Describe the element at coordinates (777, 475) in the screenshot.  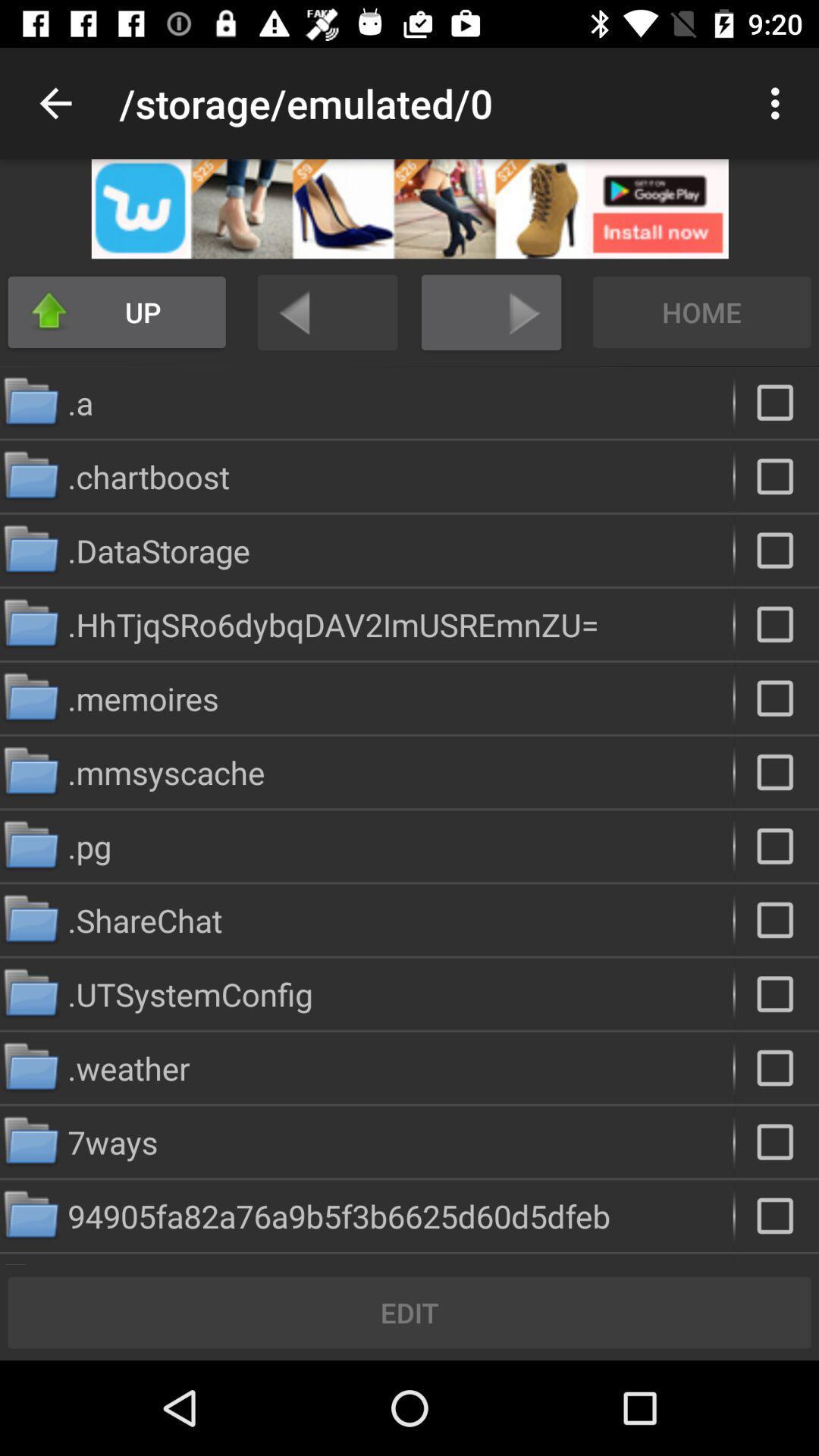
I see `chartboost file` at that location.